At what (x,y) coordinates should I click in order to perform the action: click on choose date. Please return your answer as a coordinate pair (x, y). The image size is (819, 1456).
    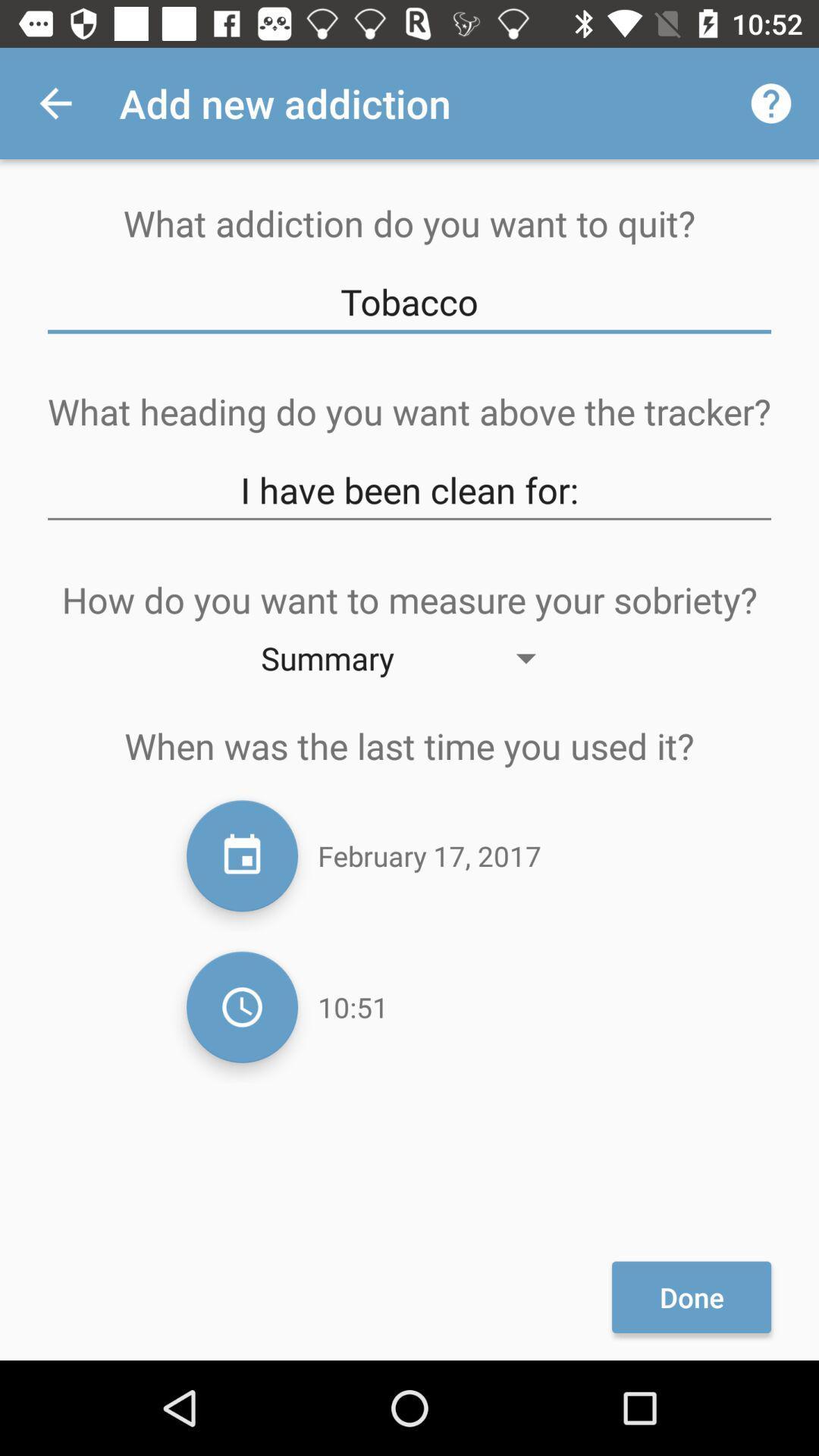
    Looking at the image, I should click on (241, 855).